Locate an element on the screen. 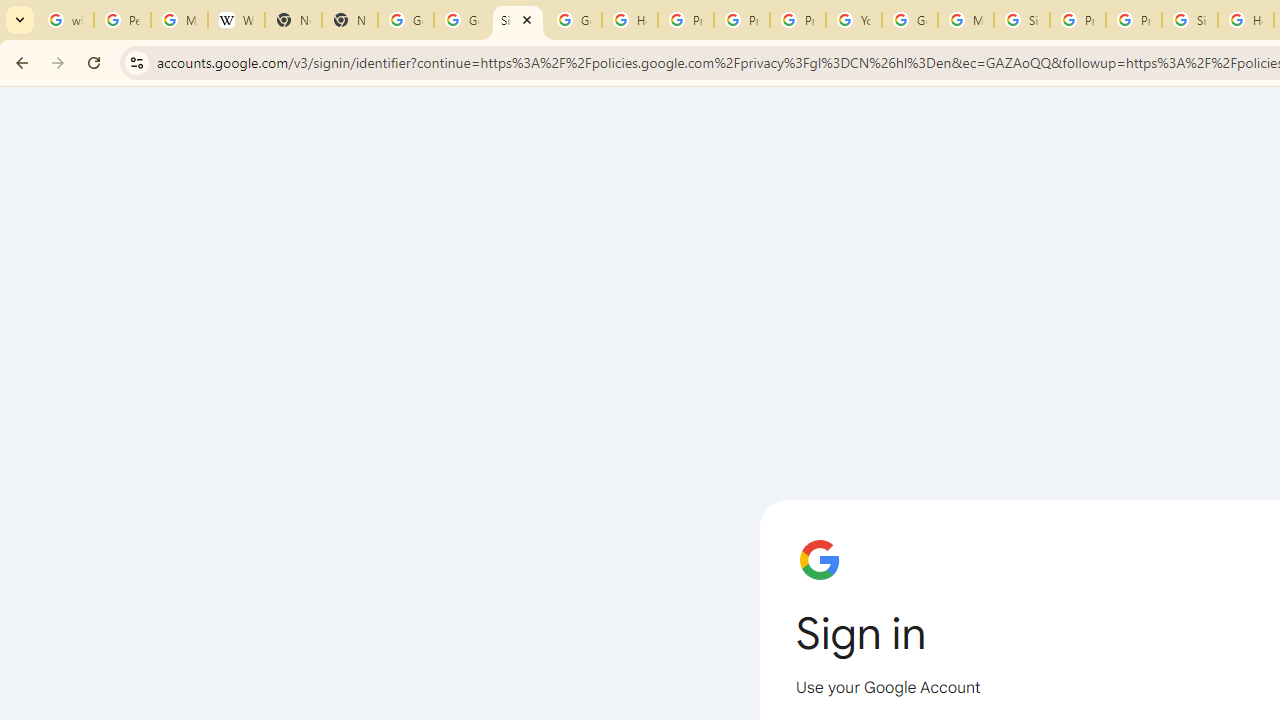 The height and width of the screenshot is (720, 1280). 'New Tab' is located at coordinates (350, 20).